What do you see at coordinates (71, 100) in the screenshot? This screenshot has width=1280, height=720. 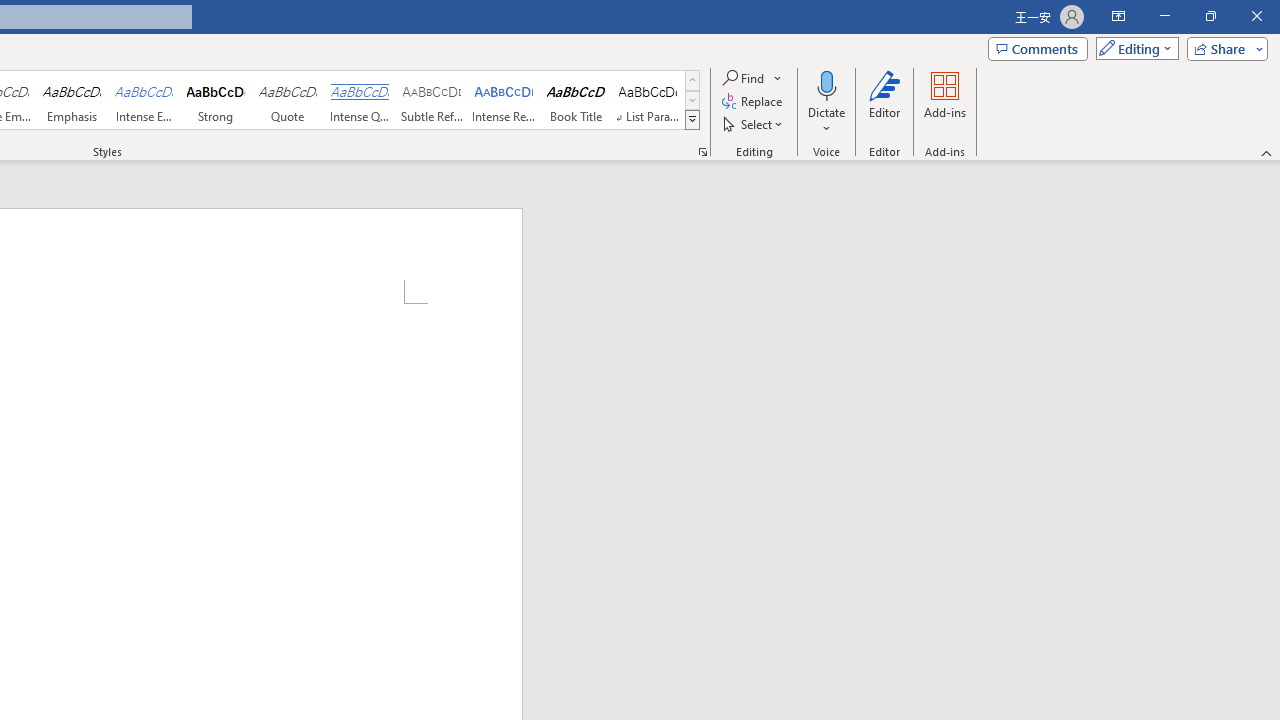 I see `'Emphasis'` at bounding box center [71, 100].